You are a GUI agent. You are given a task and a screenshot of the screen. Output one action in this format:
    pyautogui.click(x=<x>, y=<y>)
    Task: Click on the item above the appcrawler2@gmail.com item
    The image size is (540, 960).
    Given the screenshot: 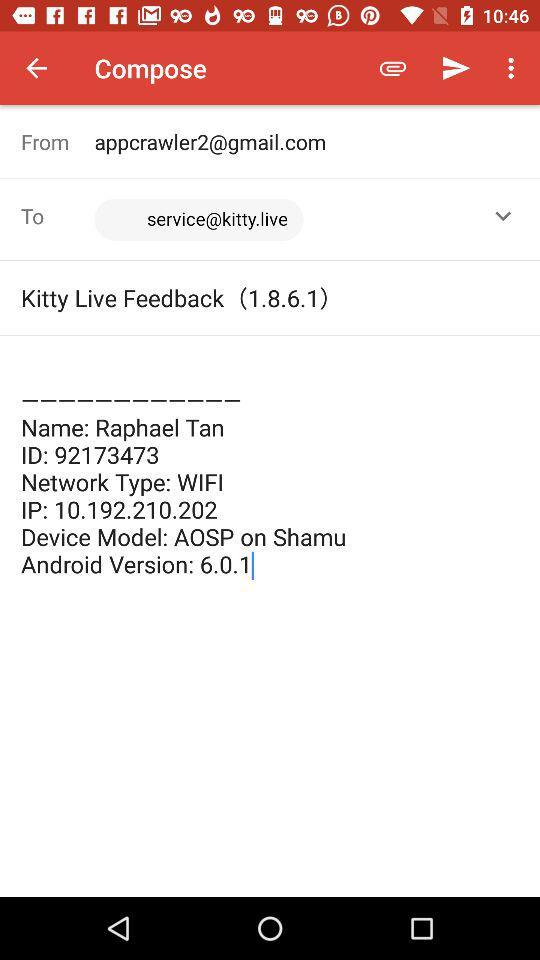 What is the action you would take?
    pyautogui.click(x=455, y=68)
    